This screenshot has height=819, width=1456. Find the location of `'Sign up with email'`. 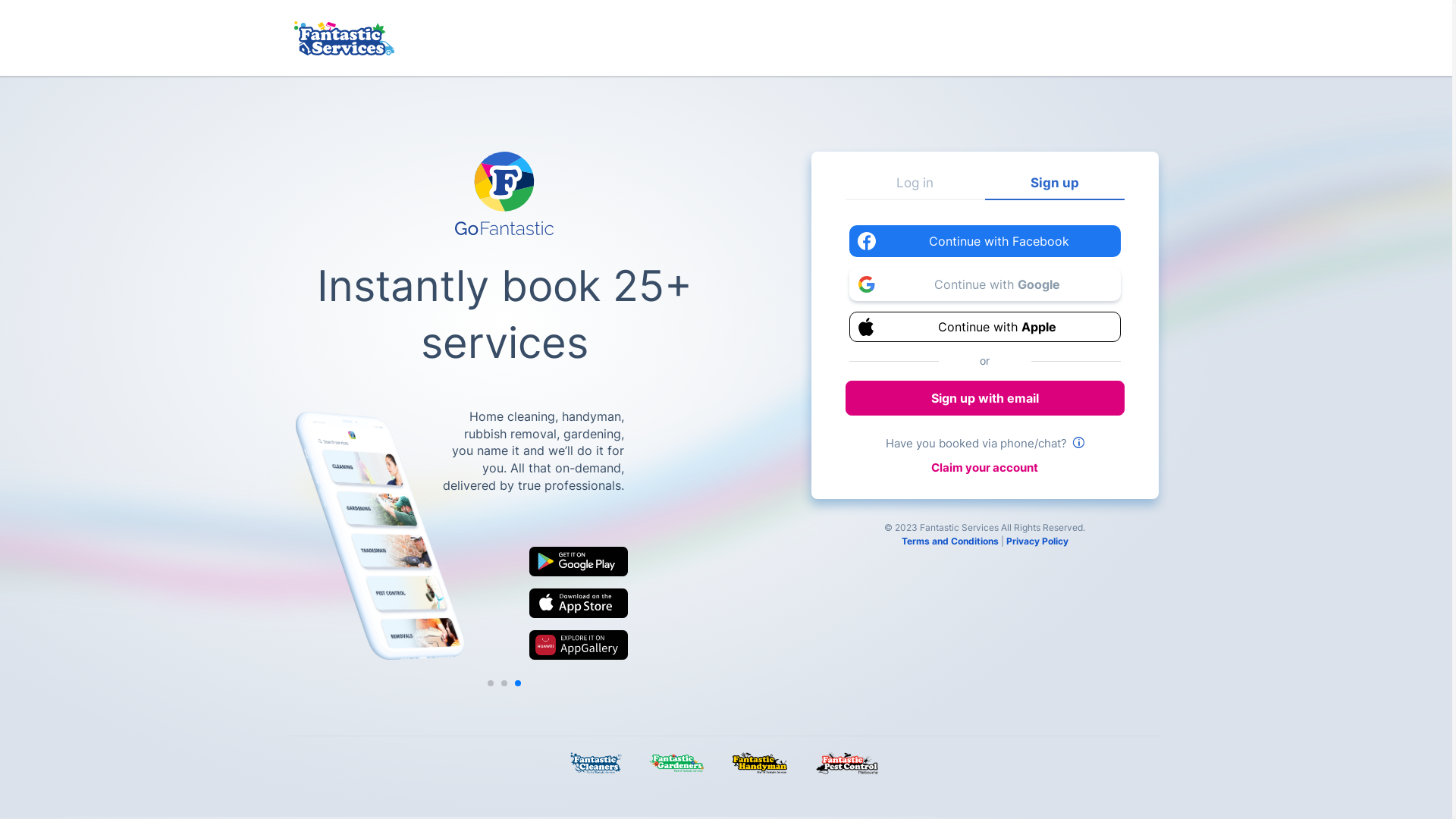

'Sign up with email' is located at coordinates (985, 397).